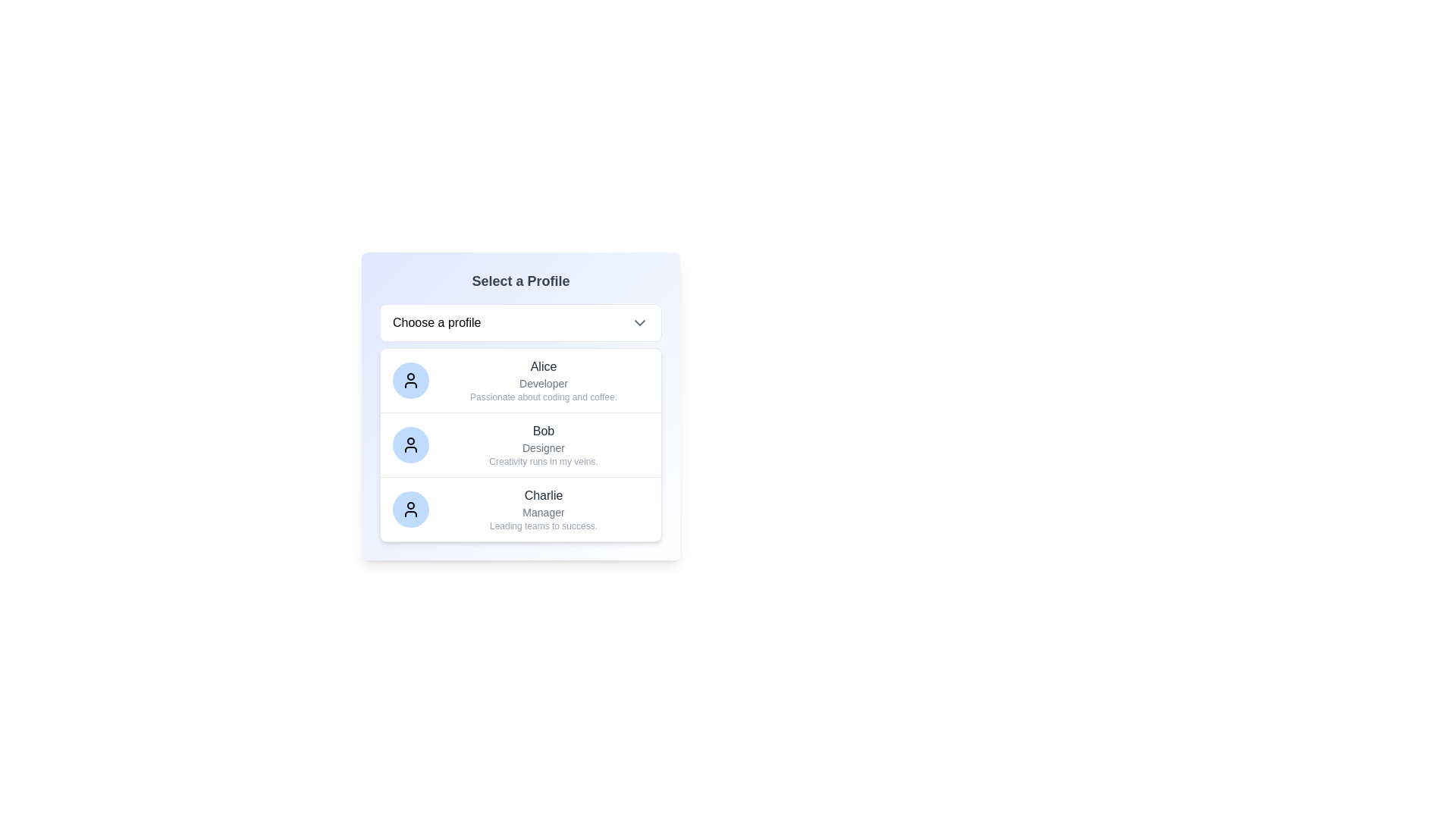 The width and height of the screenshot is (1456, 819). Describe the element at coordinates (640, 322) in the screenshot. I see `the chevron icon located at the extreme right of the 'Choose a profile' text` at that location.